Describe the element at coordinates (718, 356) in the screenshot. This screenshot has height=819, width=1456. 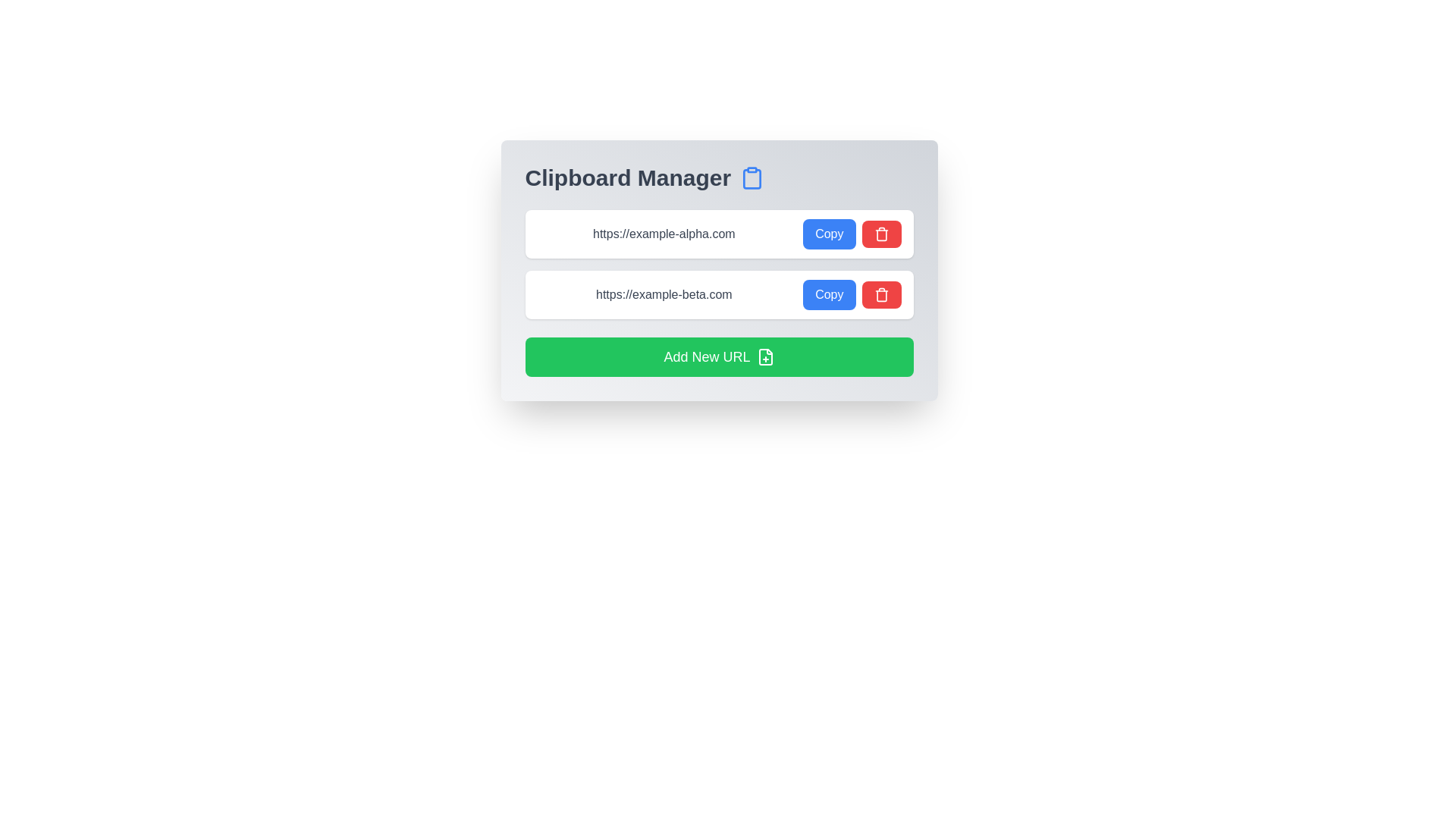
I see `the 'Add URL' button located at the bottom of the 'Clipboard Manager' card` at that location.